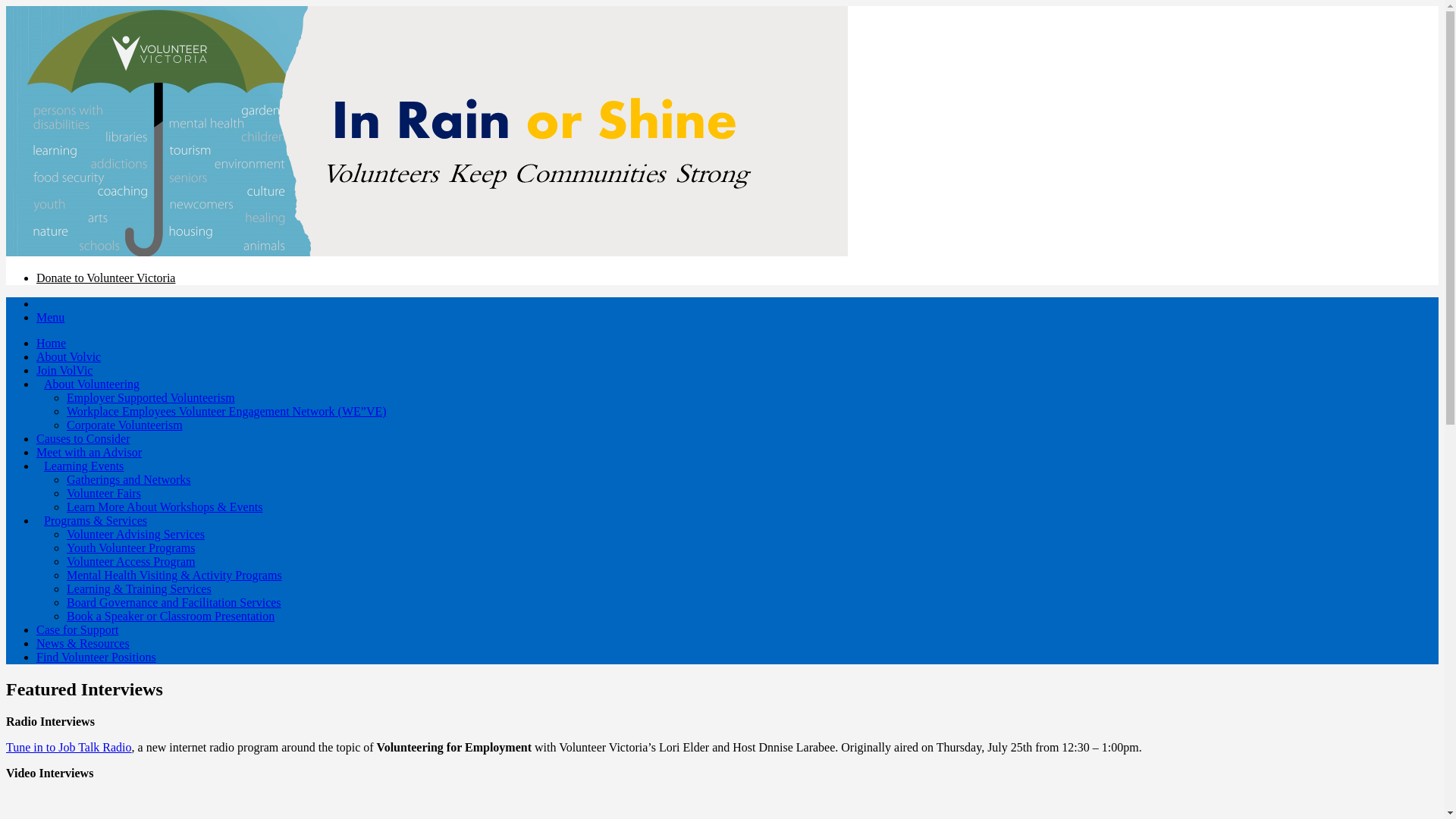 Image resolution: width=1456 pixels, height=819 pixels. I want to click on 'Menu', so click(36, 316).